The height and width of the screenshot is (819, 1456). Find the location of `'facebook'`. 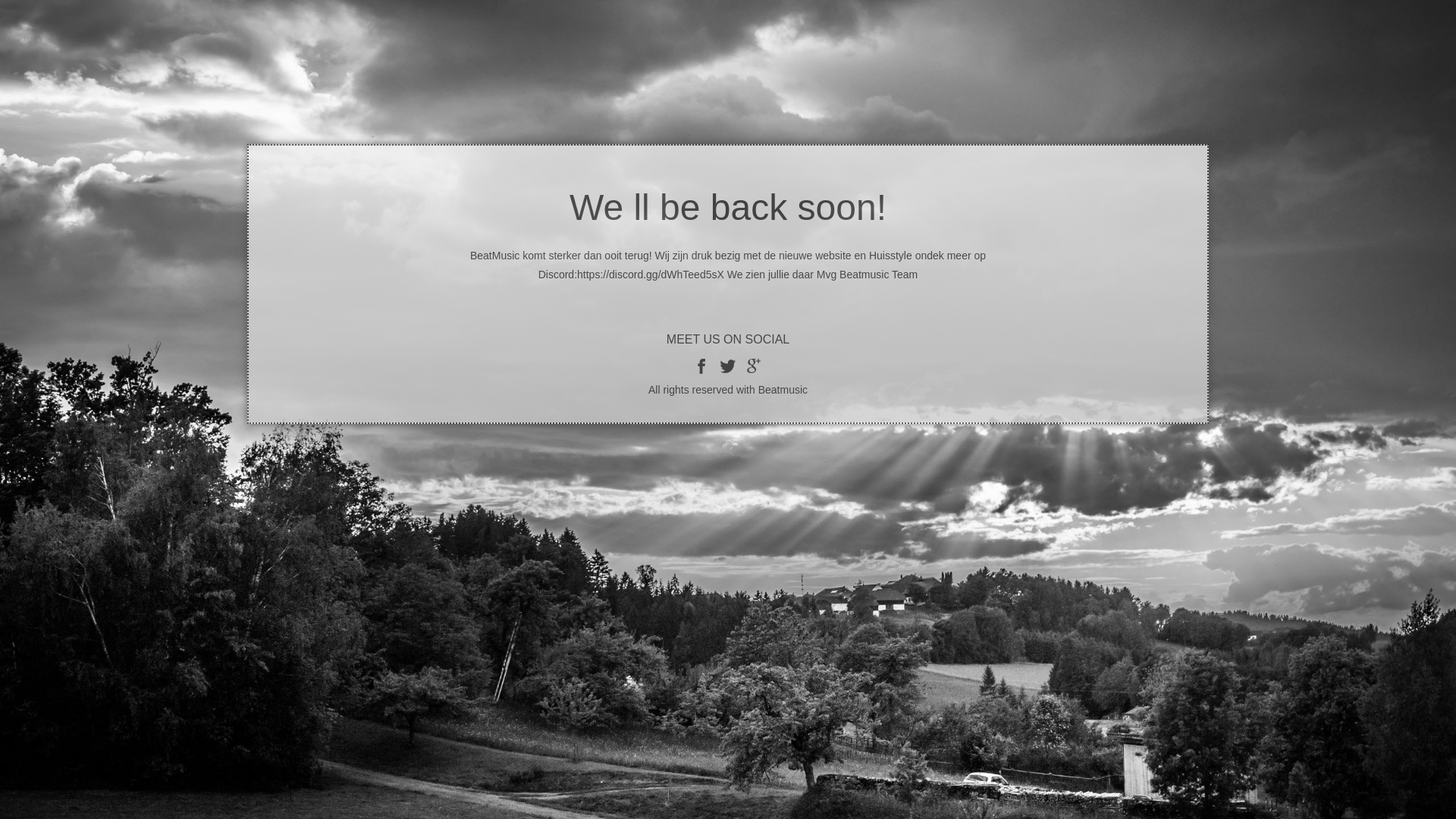

'facebook' is located at coordinates (701, 366).